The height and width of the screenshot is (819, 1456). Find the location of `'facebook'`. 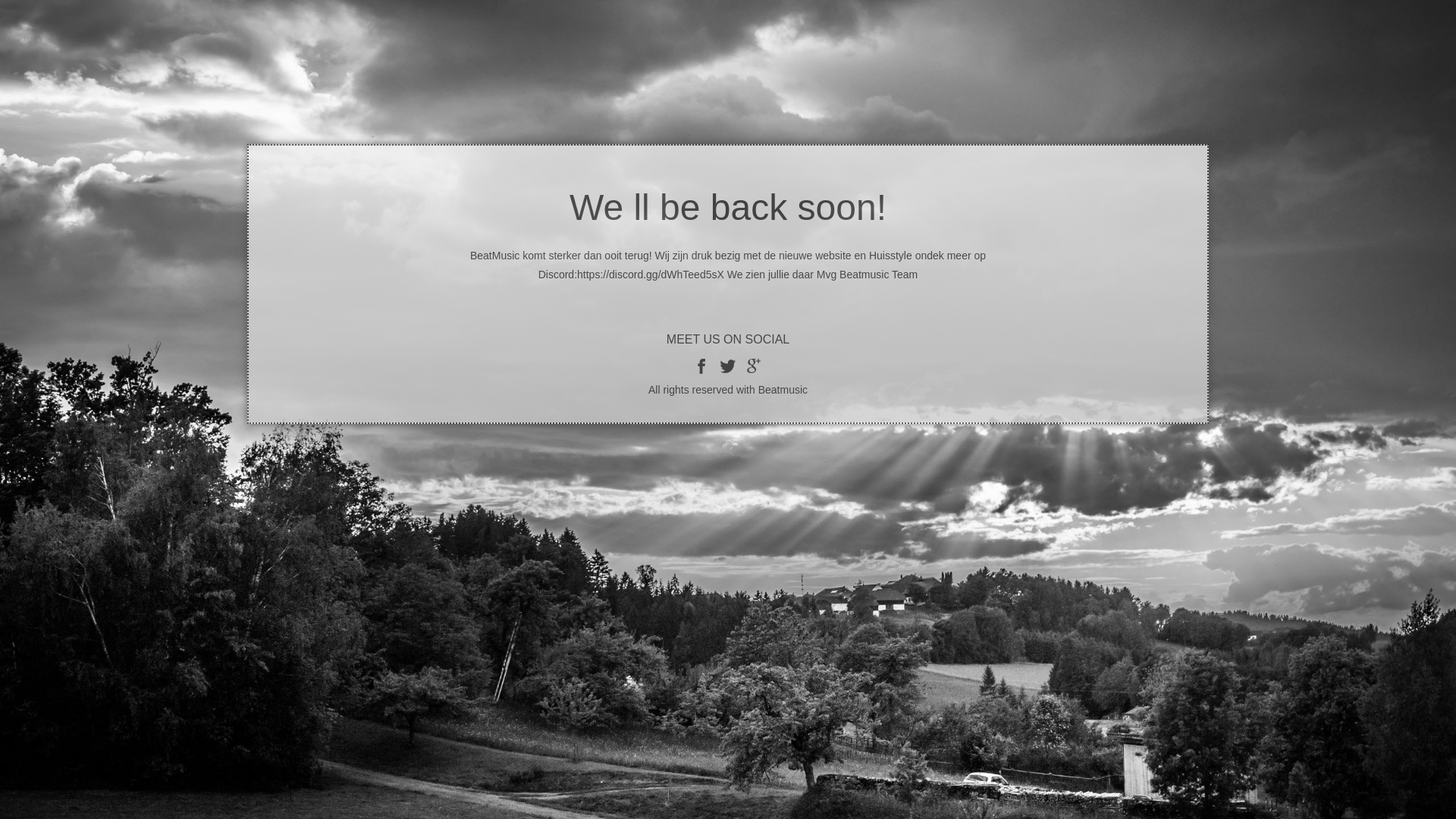

'facebook' is located at coordinates (701, 366).